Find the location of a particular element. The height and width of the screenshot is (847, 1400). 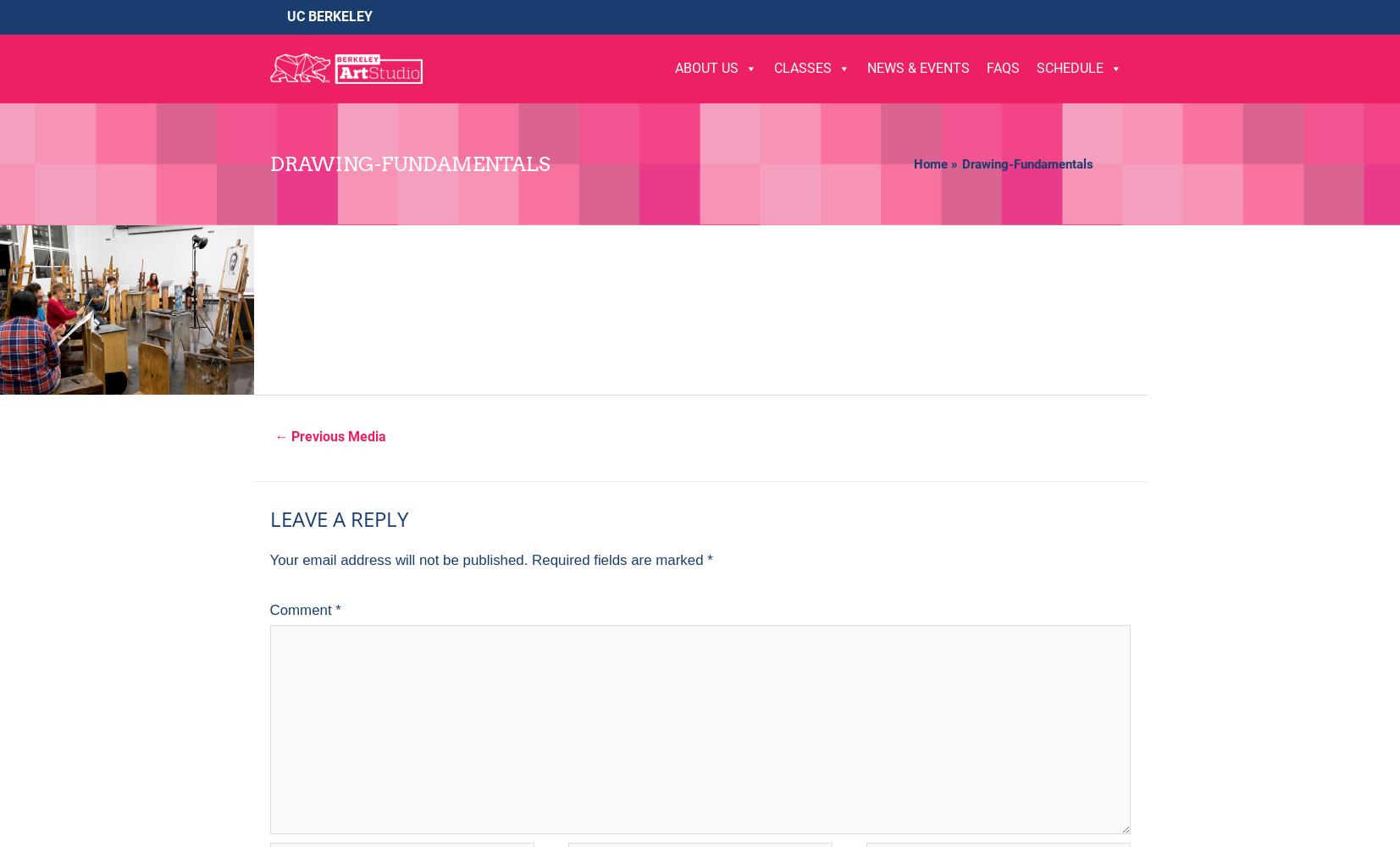

'FAQs' is located at coordinates (1002, 67).